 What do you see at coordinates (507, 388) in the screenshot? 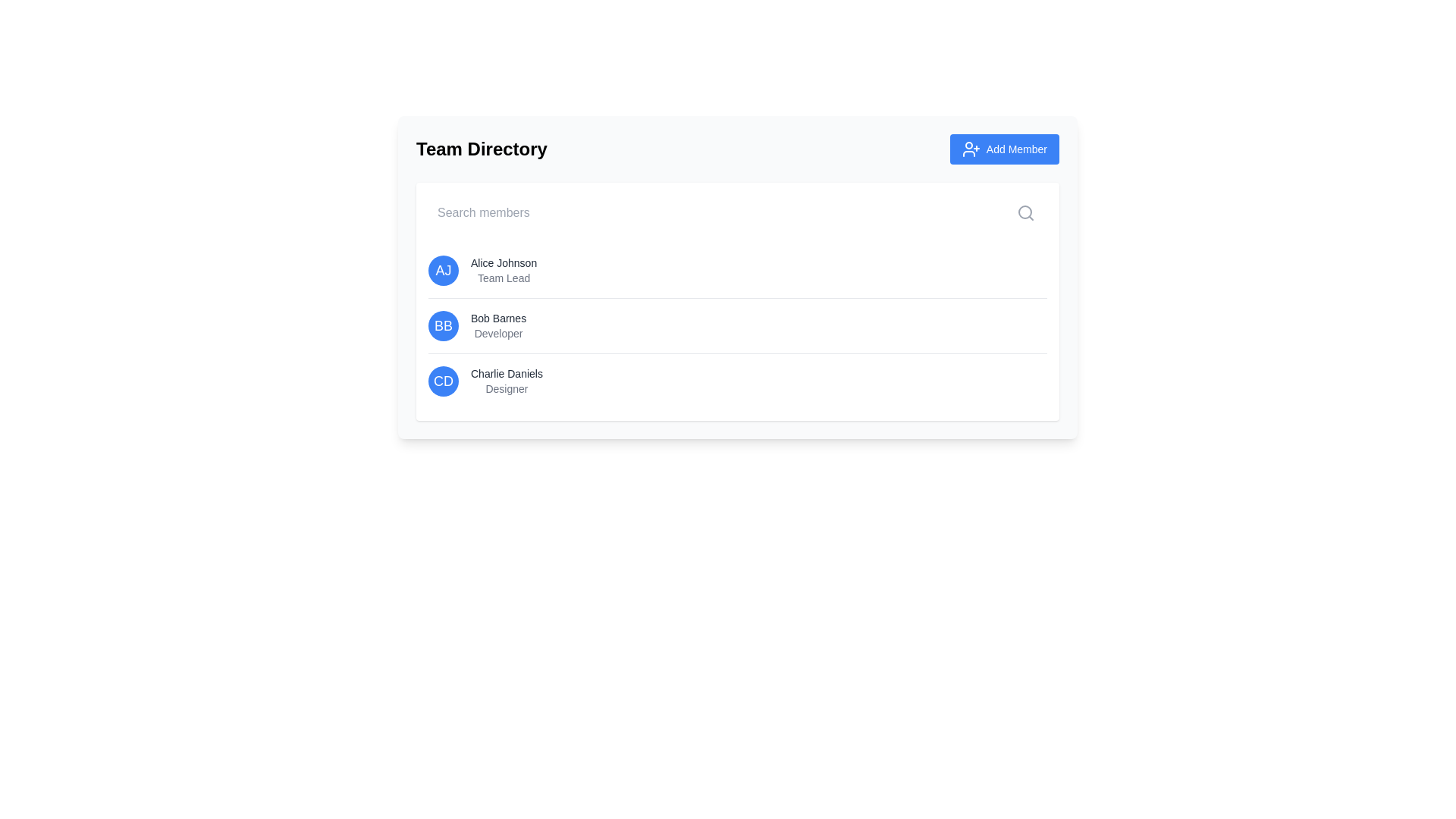
I see `the Static Text element displaying 'Designer', which is located directly beneath 'Charlie Daniels' in a vertically-aligned list of members` at bounding box center [507, 388].